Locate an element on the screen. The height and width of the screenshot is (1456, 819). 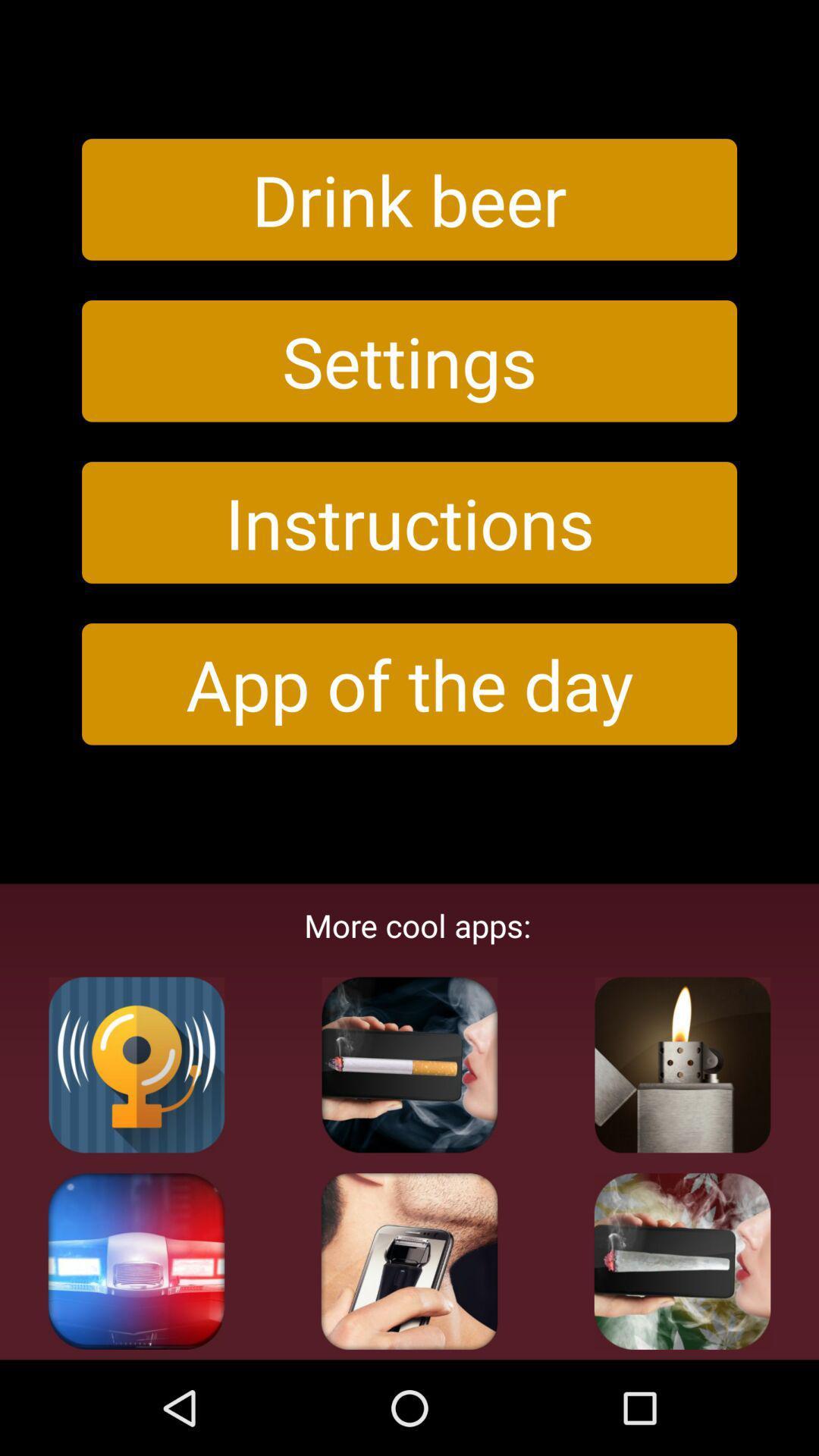
instructions button is located at coordinates (409, 522).